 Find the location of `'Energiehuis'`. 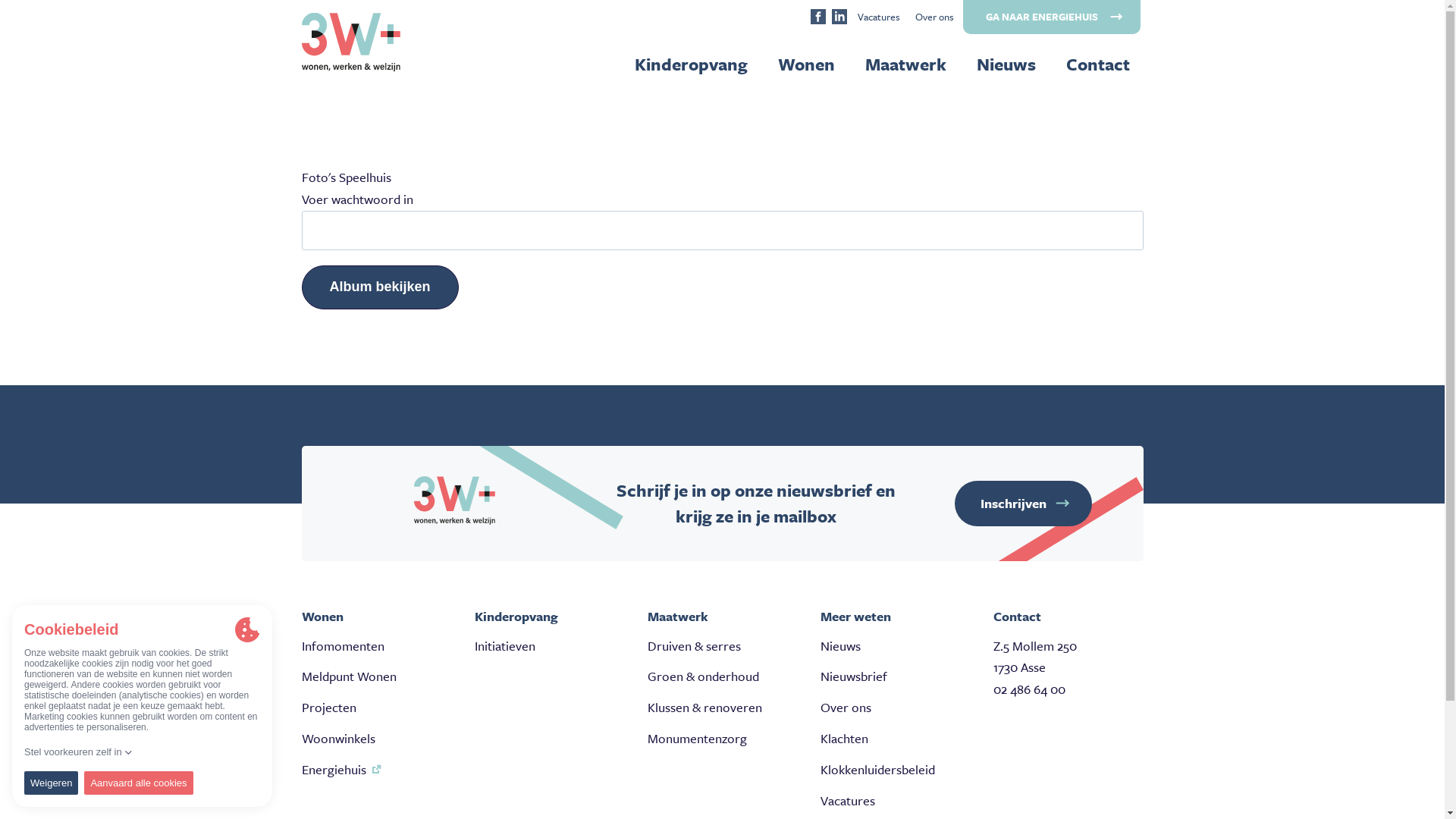

'Energiehuis' is located at coordinates (302, 769).